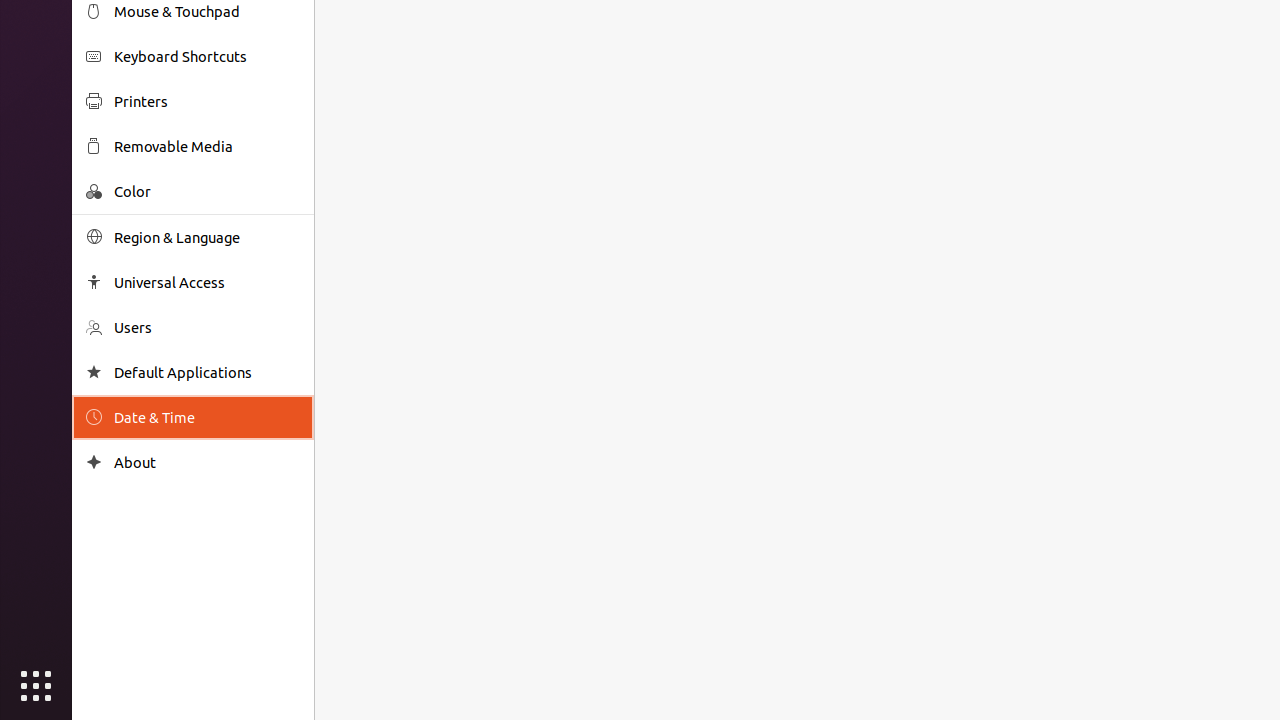 This screenshot has width=1280, height=720. Describe the element at coordinates (206, 55) in the screenshot. I see `'Keyboard Shortcuts'` at that location.